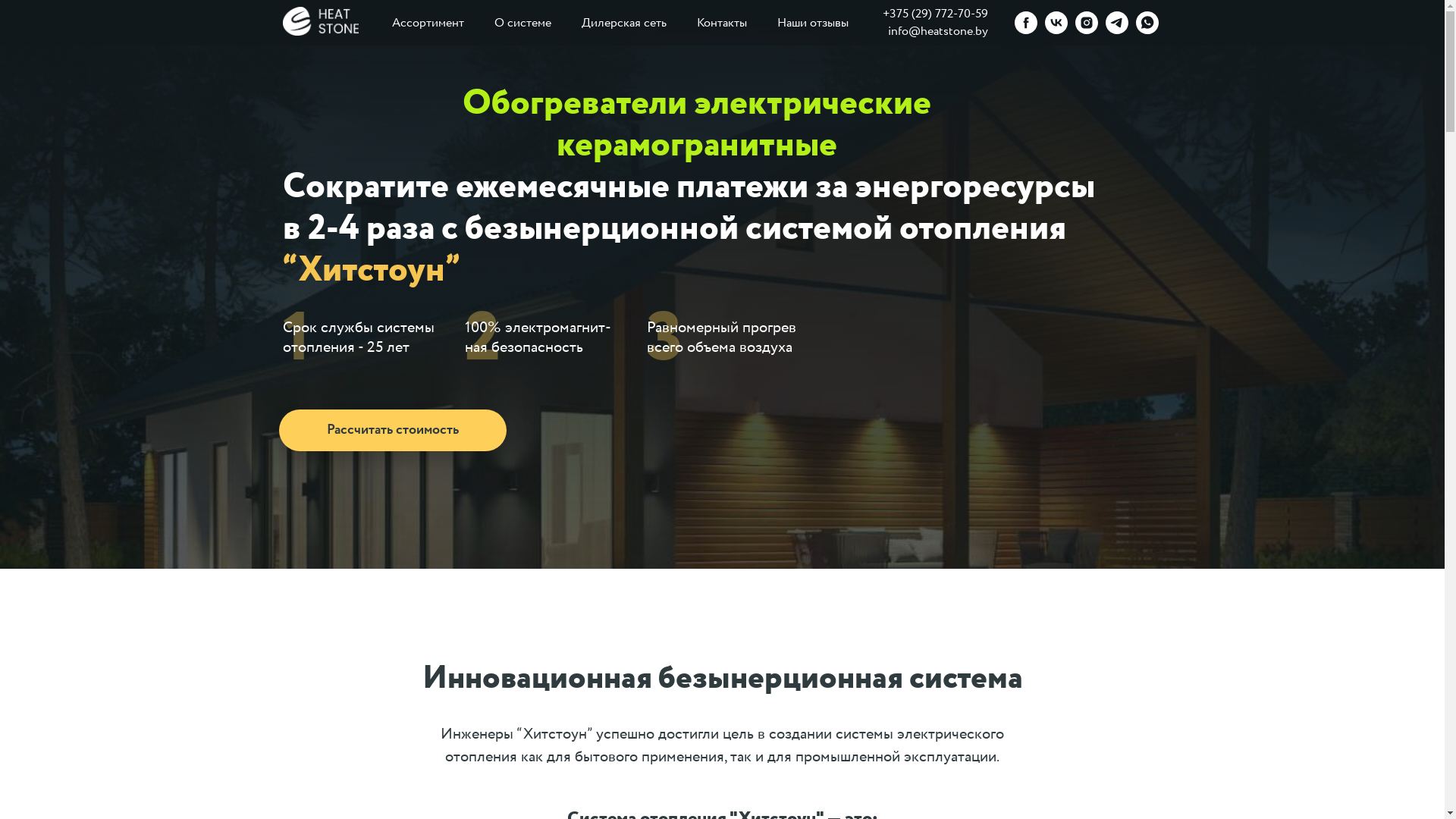  Describe the element at coordinates (937, 31) in the screenshot. I see `'info@heatstone.by'` at that location.